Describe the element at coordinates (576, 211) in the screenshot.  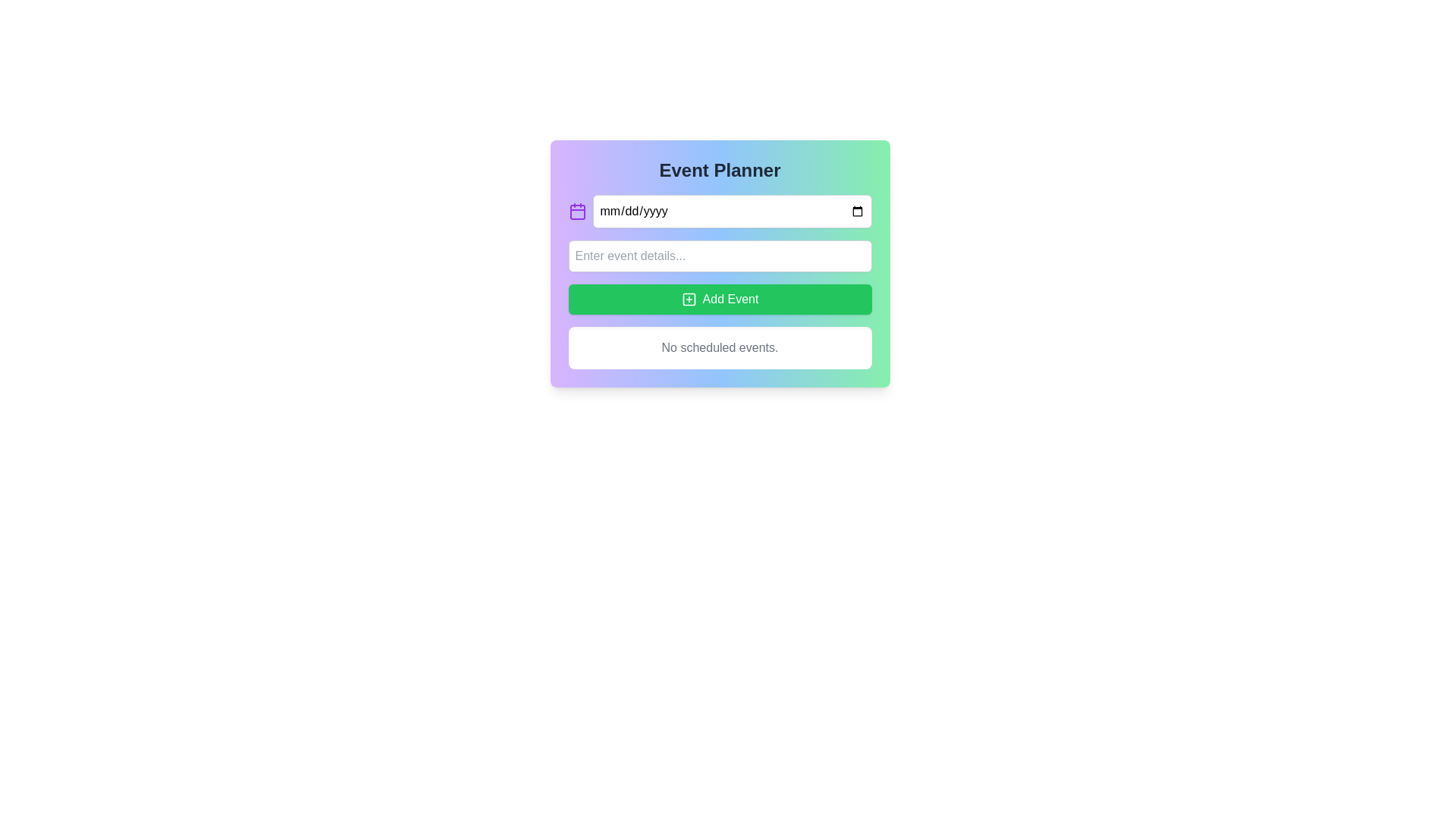
I see `the calendar icon located to the left of the date input box labeled 'mm/dd/yyyy'` at that location.